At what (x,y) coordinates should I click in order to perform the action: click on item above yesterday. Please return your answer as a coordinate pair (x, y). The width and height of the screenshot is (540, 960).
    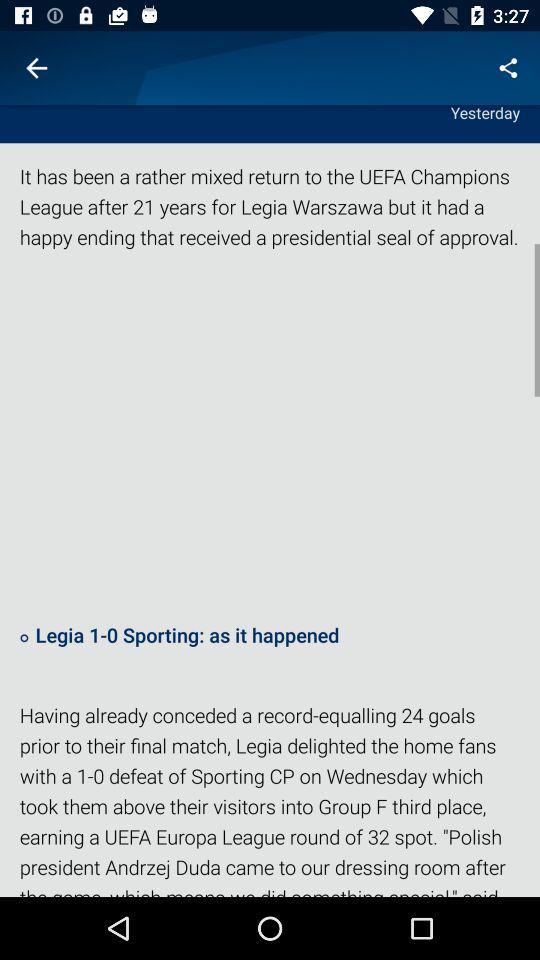
    Looking at the image, I should click on (36, 68).